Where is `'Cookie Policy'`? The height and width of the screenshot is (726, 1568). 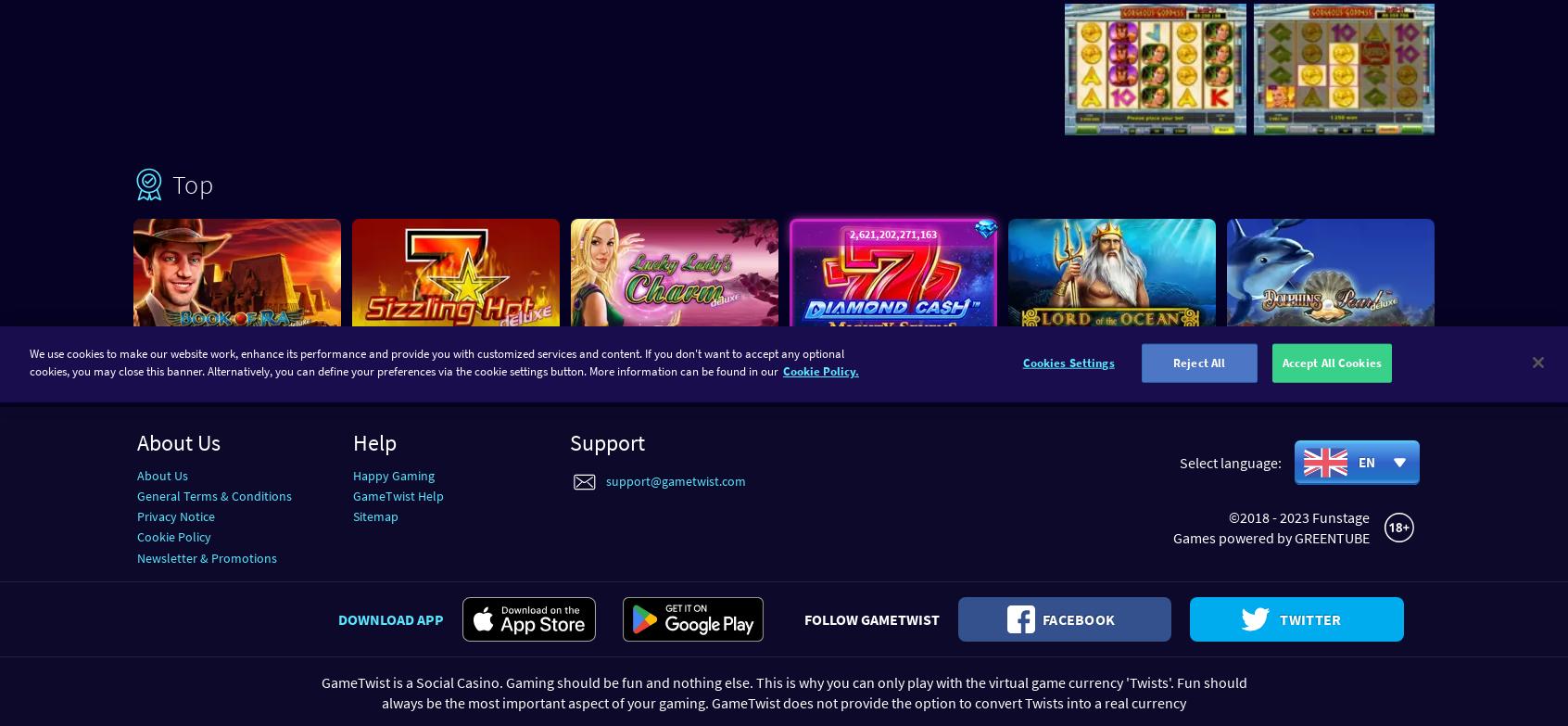 'Cookie Policy' is located at coordinates (172, 536).